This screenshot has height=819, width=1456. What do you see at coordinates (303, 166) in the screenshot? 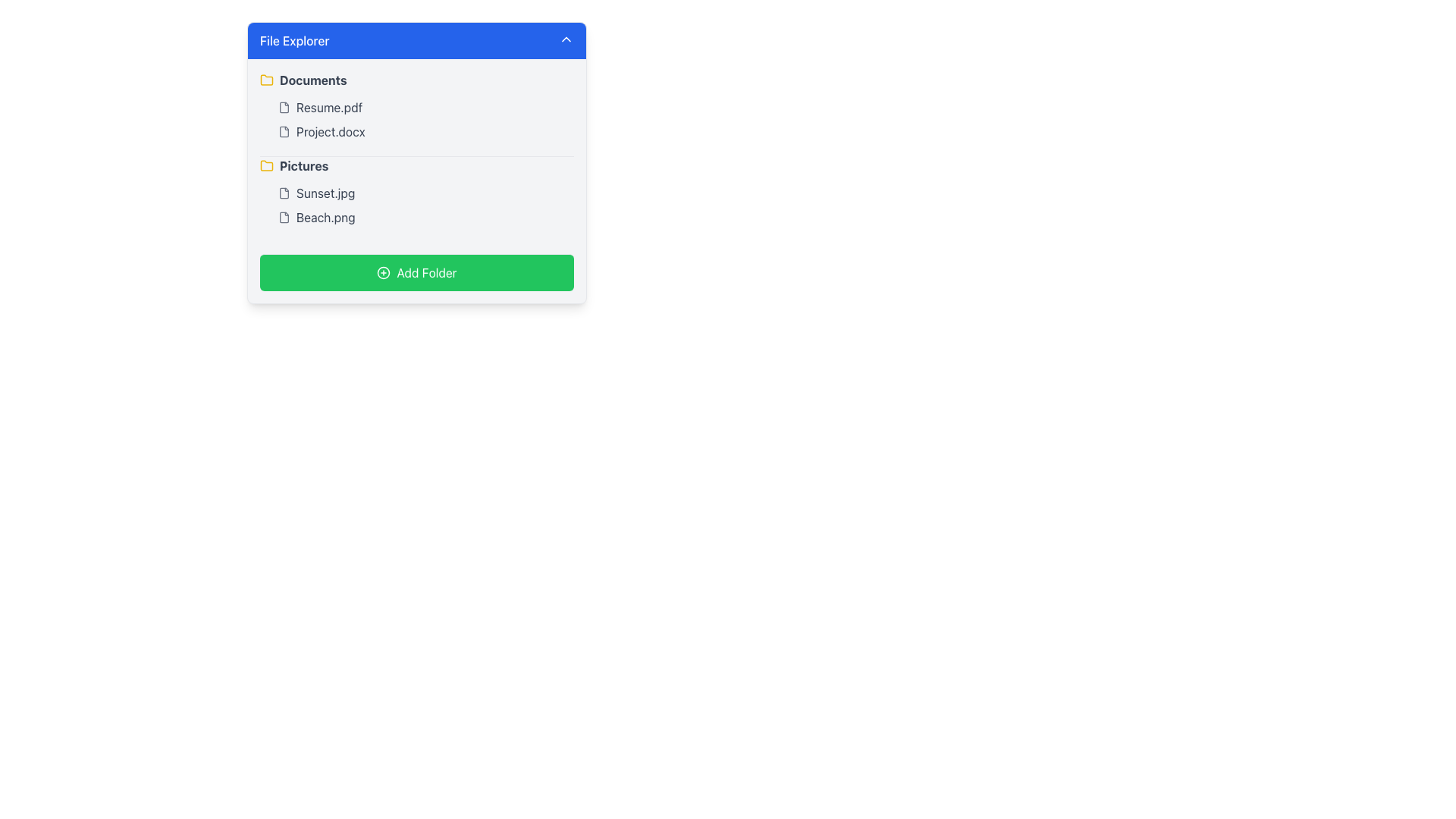
I see `the 'Pictures' text label located in the middle section of the file explorer UI, next to the yellow folder icon` at bounding box center [303, 166].